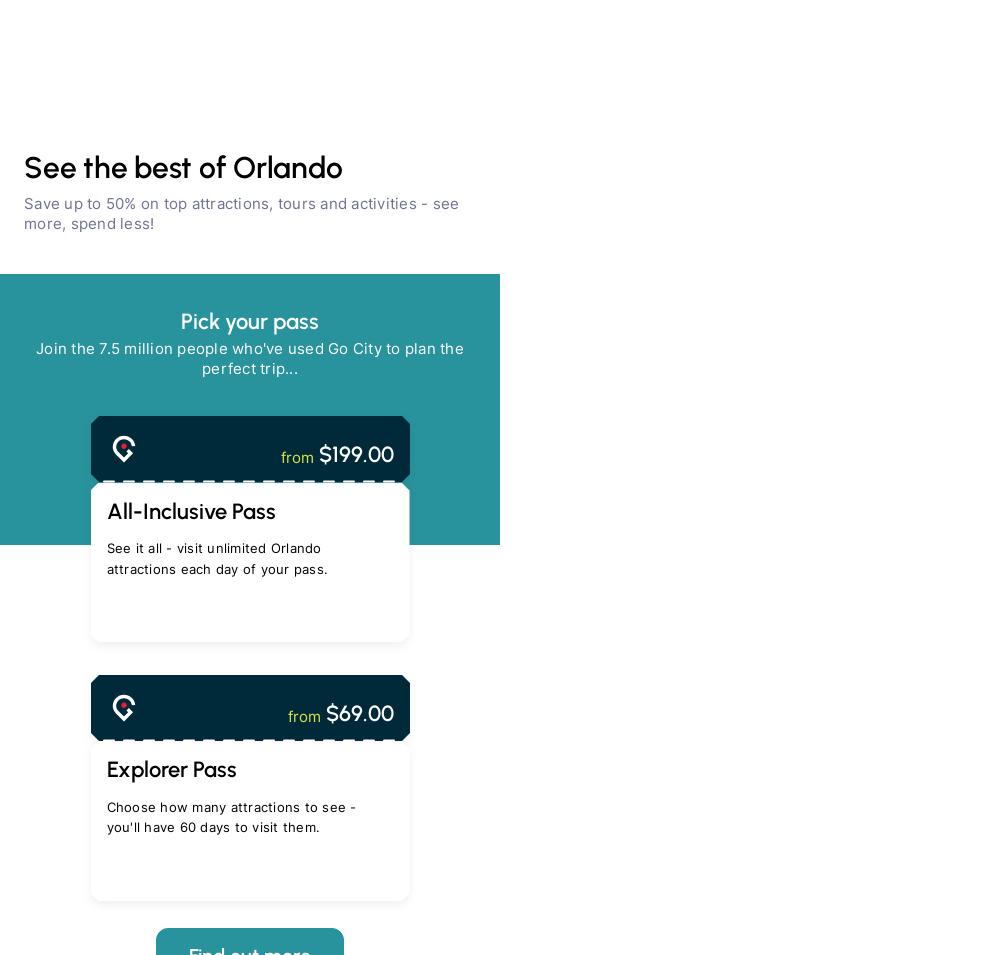 The height and width of the screenshot is (955, 1000). What do you see at coordinates (168, 785) in the screenshot?
I see `'Always easy'` at bounding box center [168, 785].